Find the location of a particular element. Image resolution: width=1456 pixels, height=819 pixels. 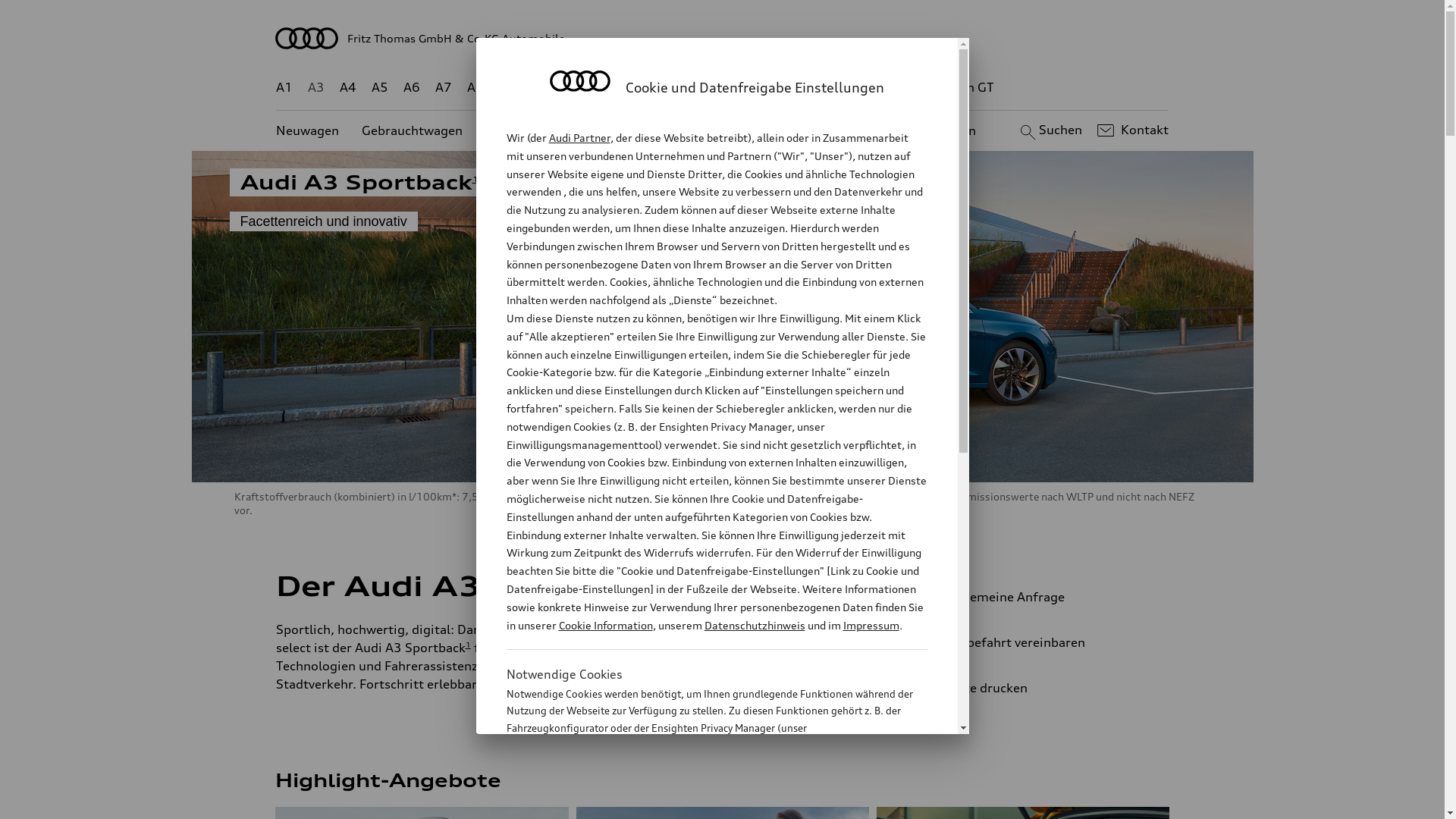

'A3' is located at coordinates (315, 87).